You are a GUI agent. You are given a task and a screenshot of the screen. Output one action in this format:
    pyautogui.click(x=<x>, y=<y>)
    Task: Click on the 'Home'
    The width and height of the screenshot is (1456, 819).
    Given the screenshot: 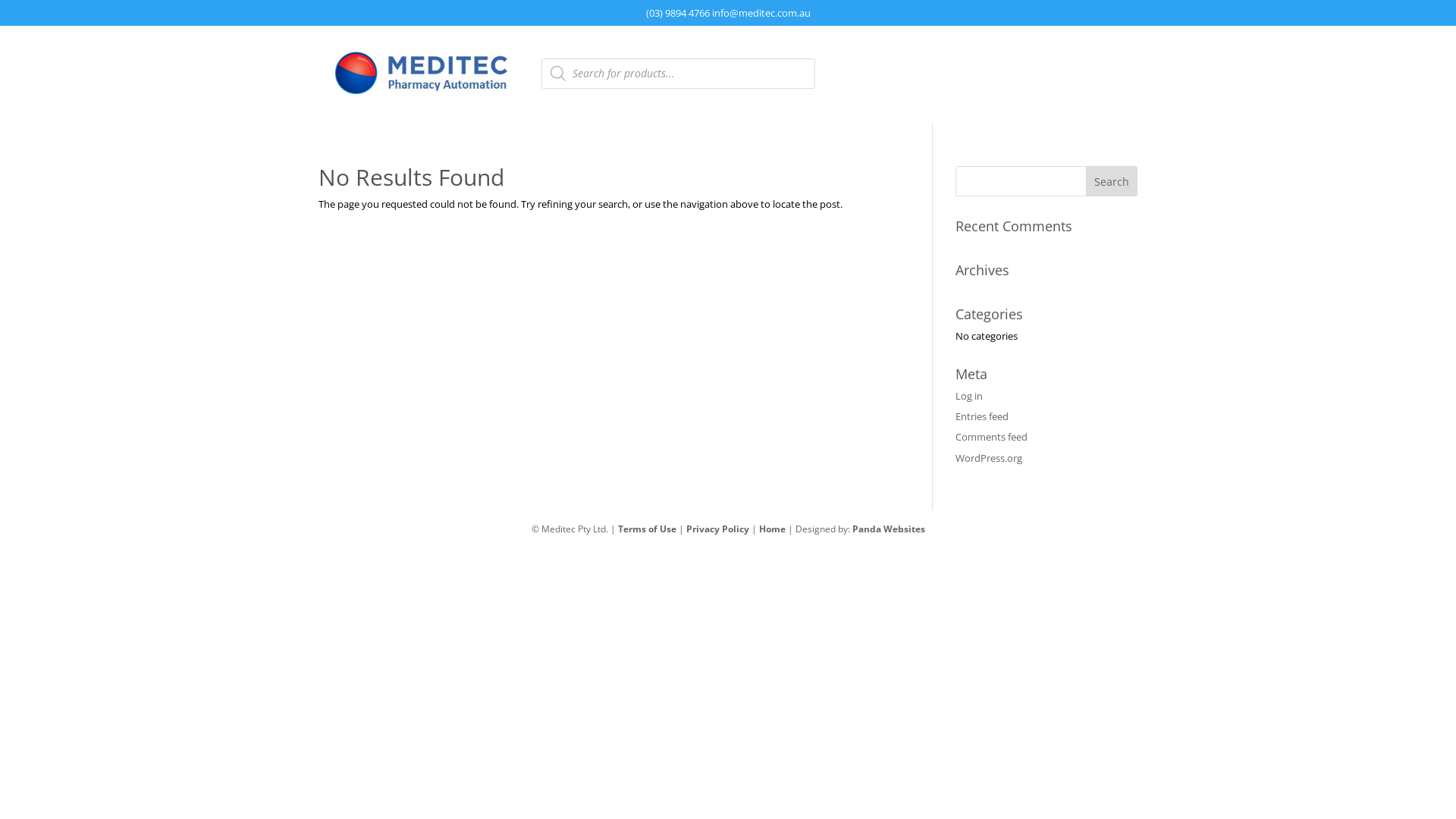 What is the action you would take?
    pyautogui.click(x=771, y=528)
    